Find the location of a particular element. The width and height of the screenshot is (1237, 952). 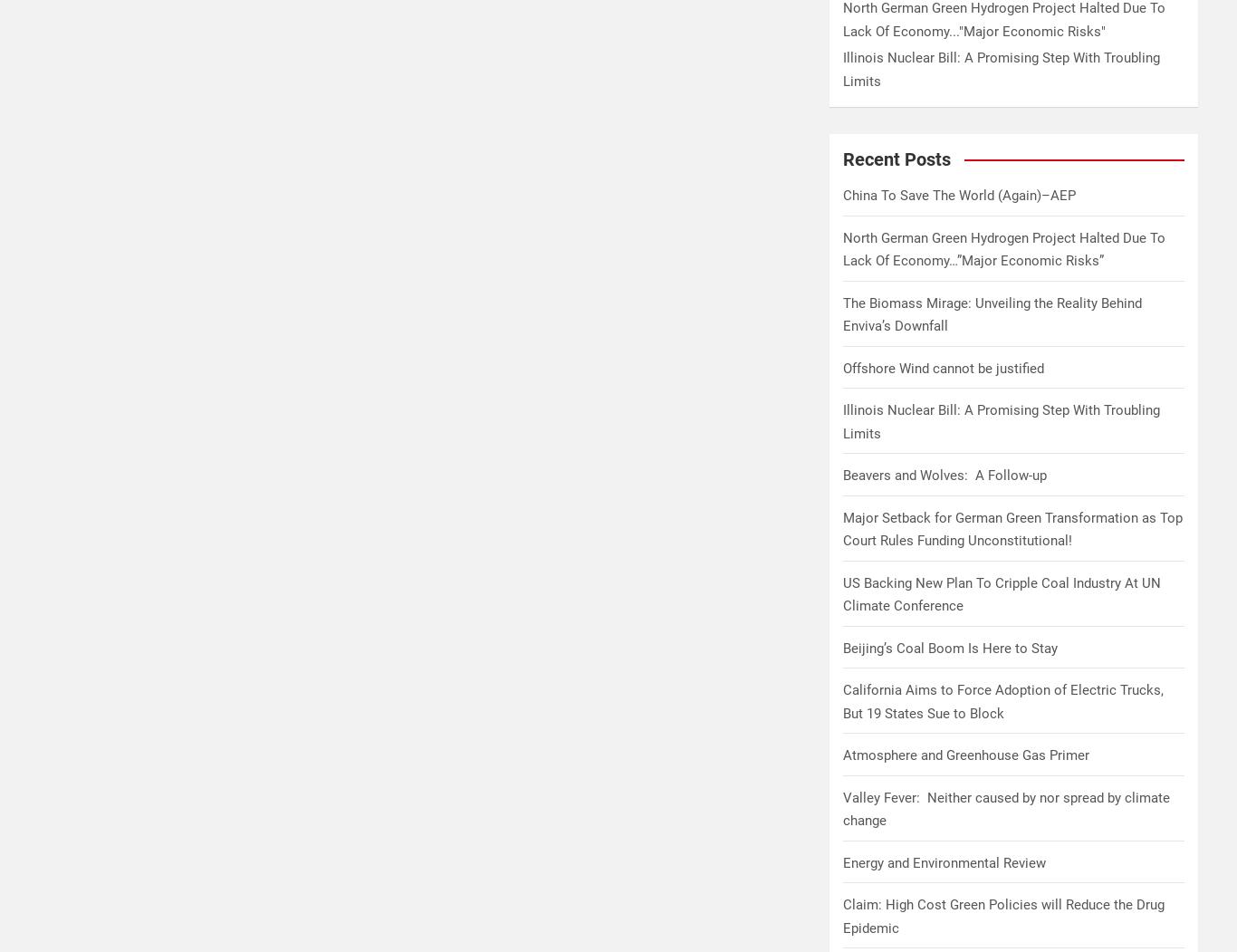

'Claim: High Cost Green Policies will Reduce the Drug Epidemic' is located at coordinates (1002, 916).